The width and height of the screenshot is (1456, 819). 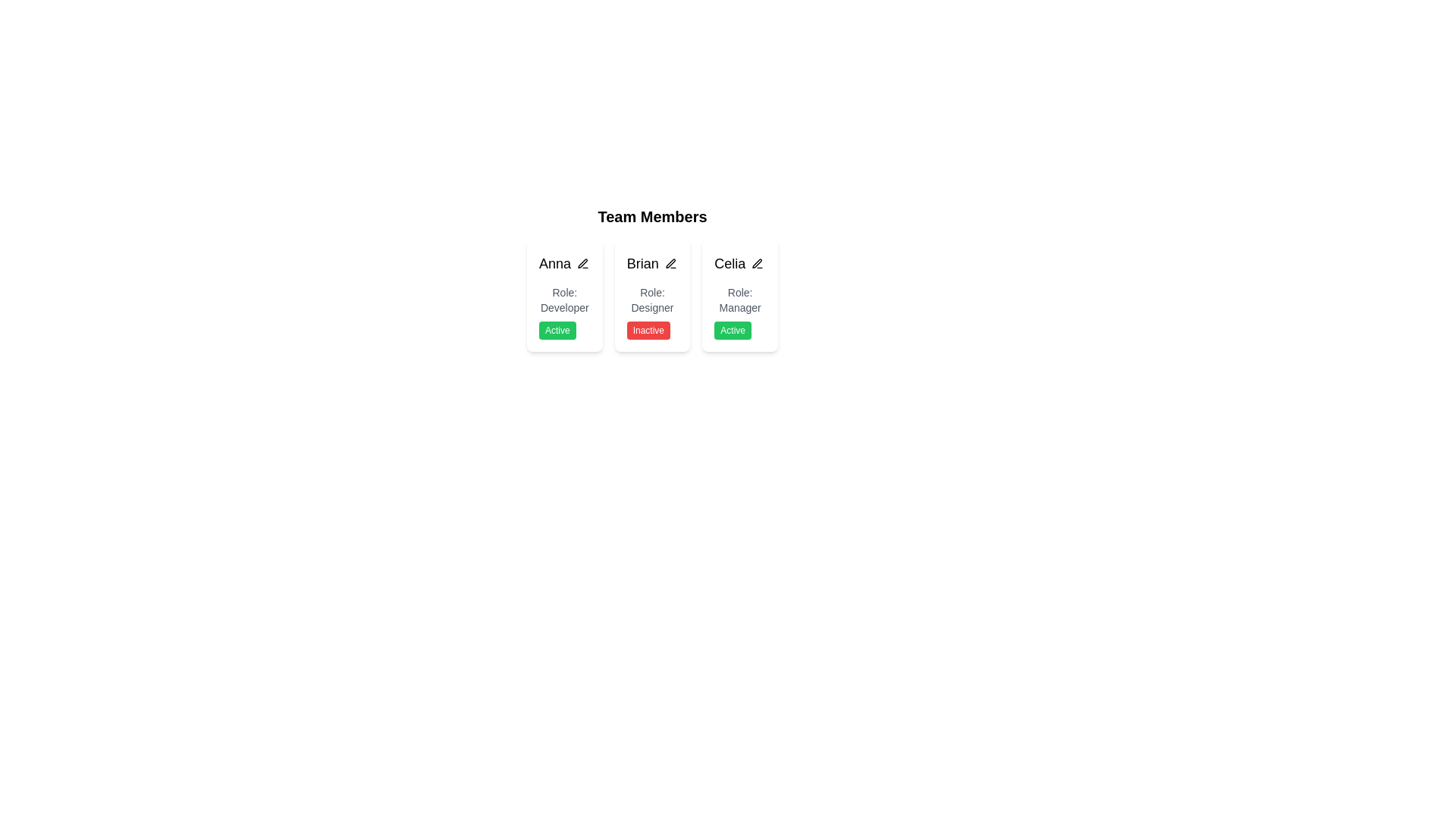 I want to click on the editing icon button located to the right of Celia's name in the Team Members section, so click(x=757, y=262).